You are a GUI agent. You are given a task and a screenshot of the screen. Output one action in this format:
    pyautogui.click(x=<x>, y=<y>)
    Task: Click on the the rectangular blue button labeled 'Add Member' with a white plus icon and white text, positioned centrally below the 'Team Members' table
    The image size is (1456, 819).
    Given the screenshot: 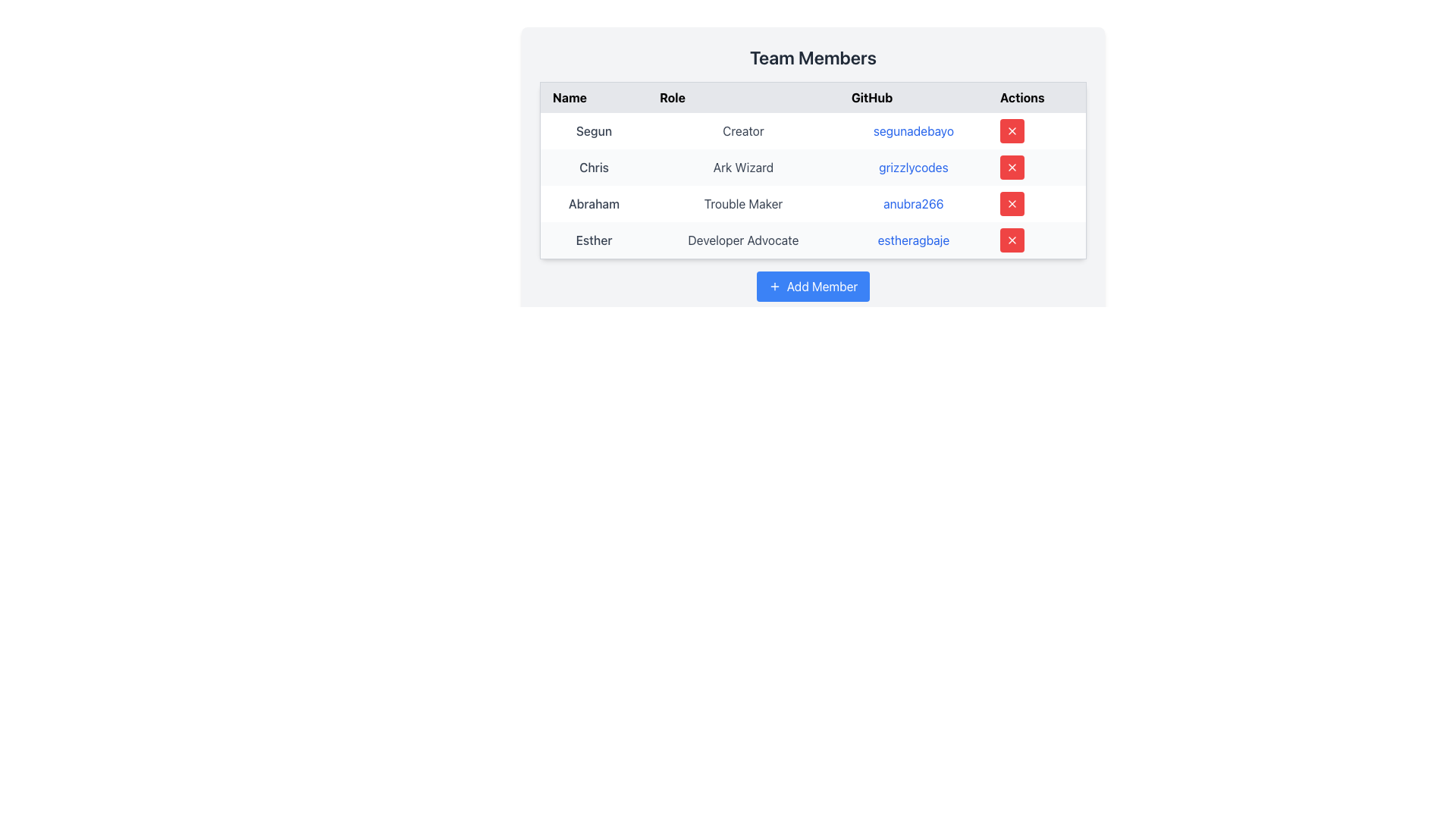 What is the action you would take?
    pyautogui.click(x=812, y=287)
    